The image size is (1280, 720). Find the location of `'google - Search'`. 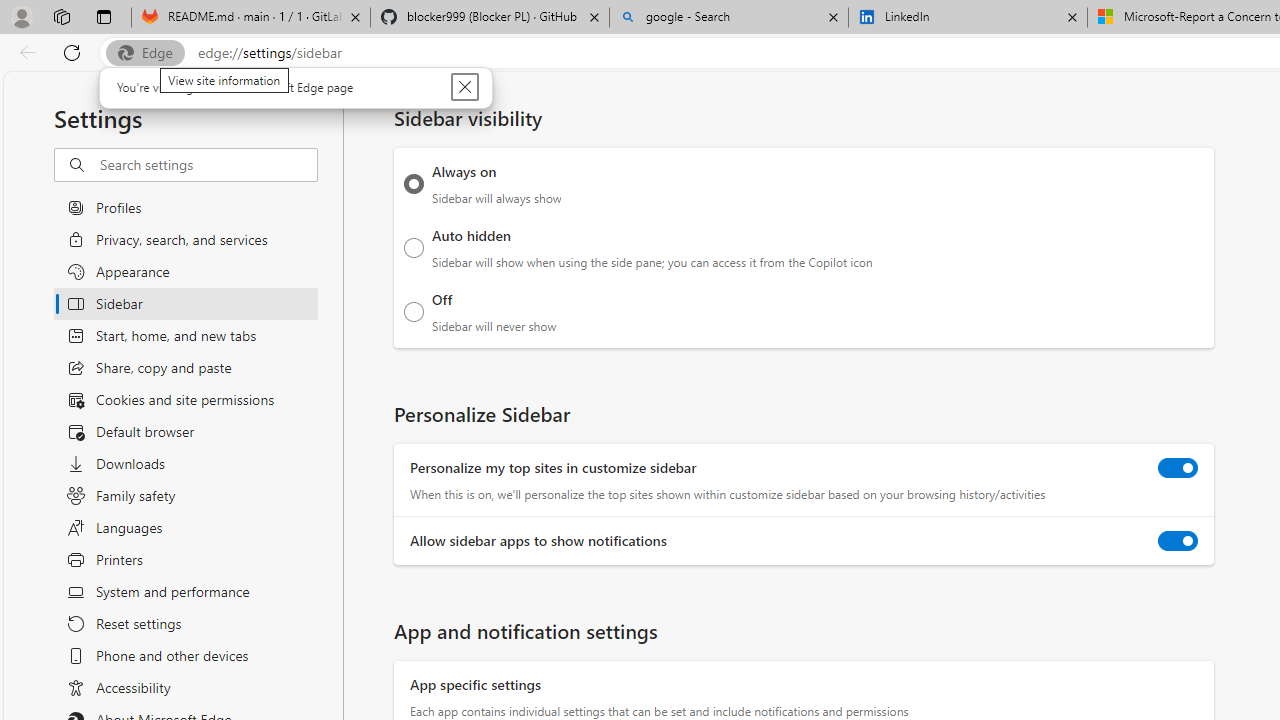

'google - Search' is located at coordinates (728, 17).